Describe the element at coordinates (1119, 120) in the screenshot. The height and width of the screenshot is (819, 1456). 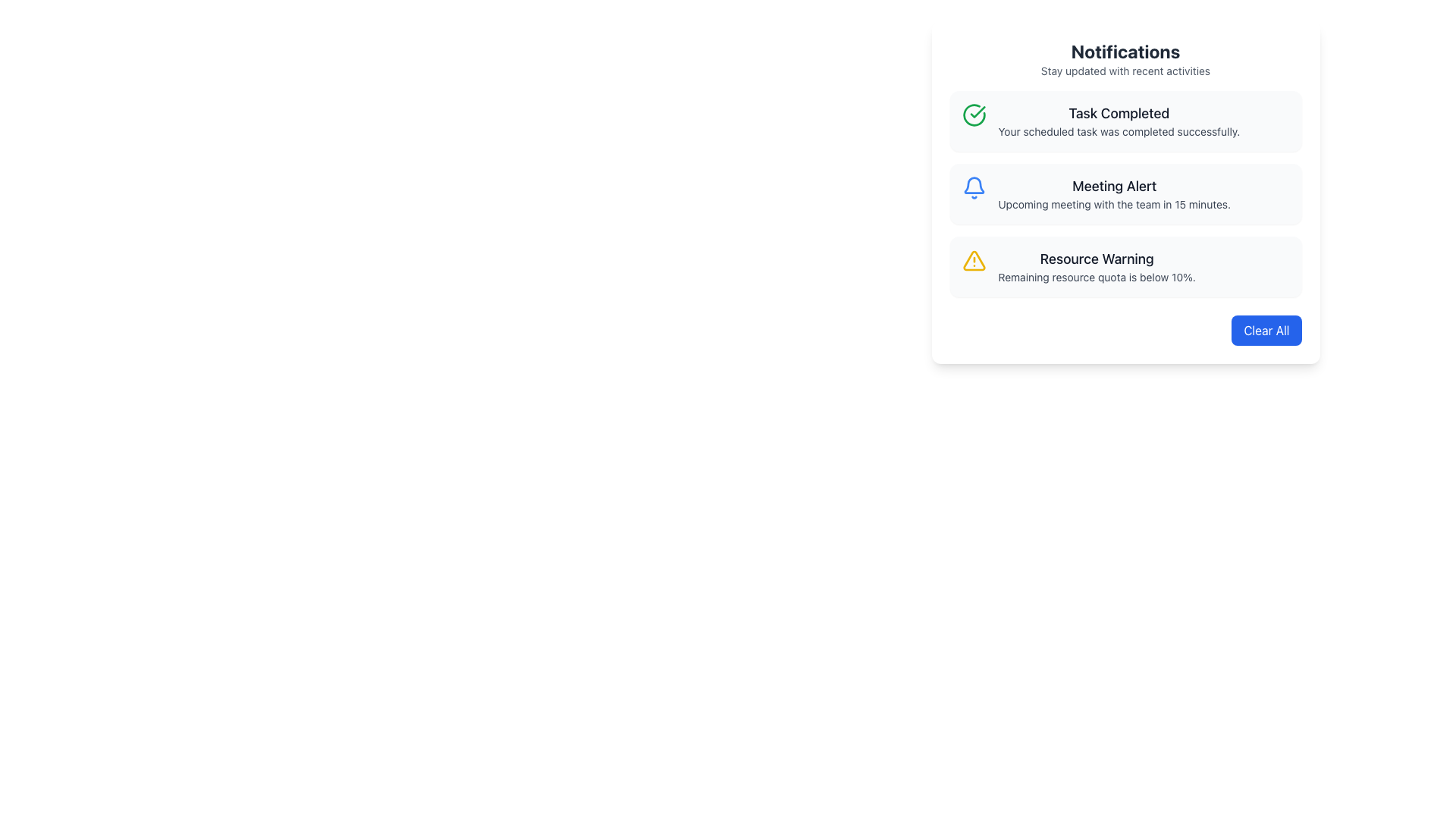
I see `the notification banner that indicates the successful completion of a scheduled task, located beneath a green circular icon with a checkmark in the first notification card` at that location.